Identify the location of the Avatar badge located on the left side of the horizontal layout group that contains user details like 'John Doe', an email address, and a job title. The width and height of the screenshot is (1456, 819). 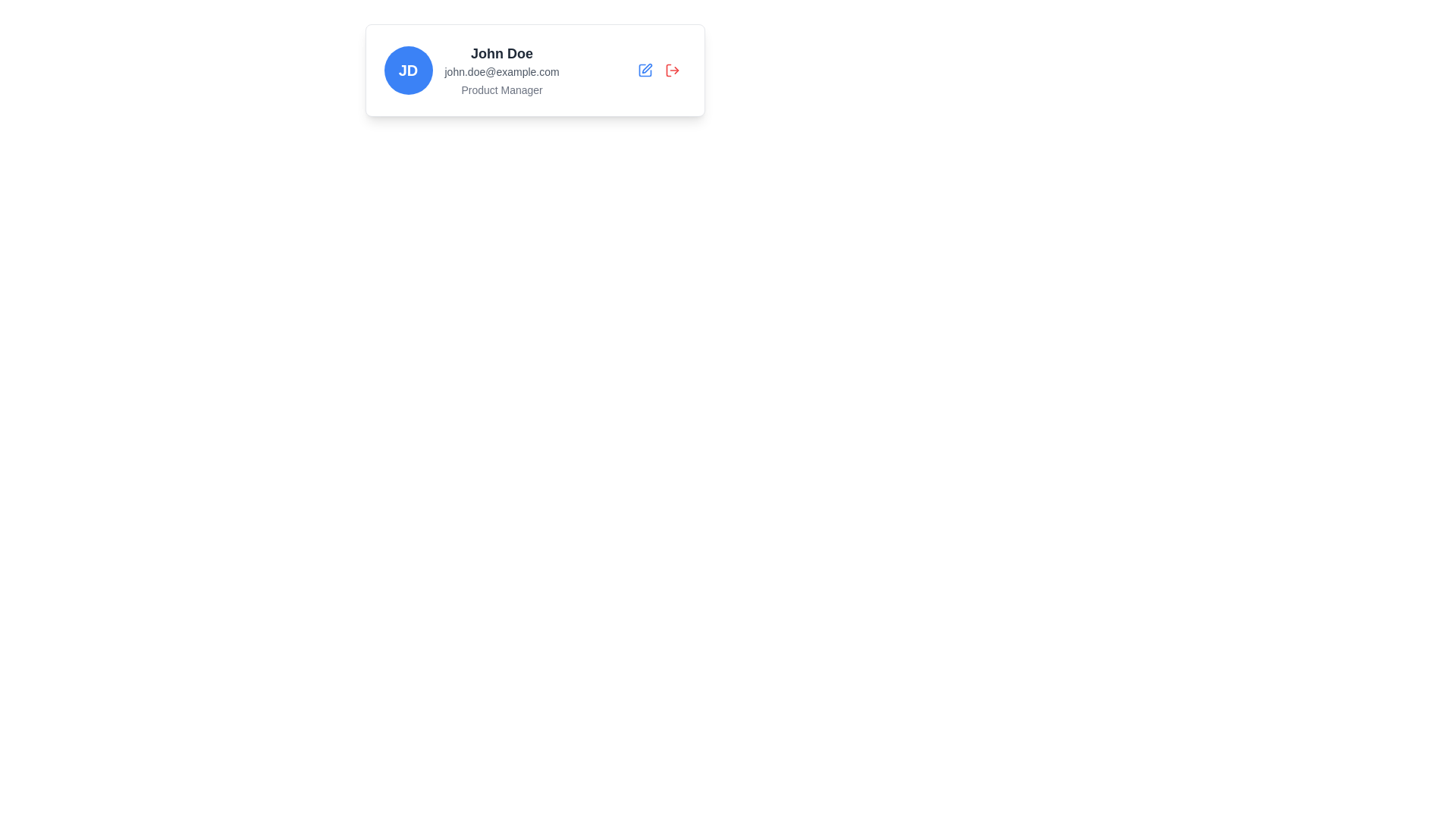
(408, 70).